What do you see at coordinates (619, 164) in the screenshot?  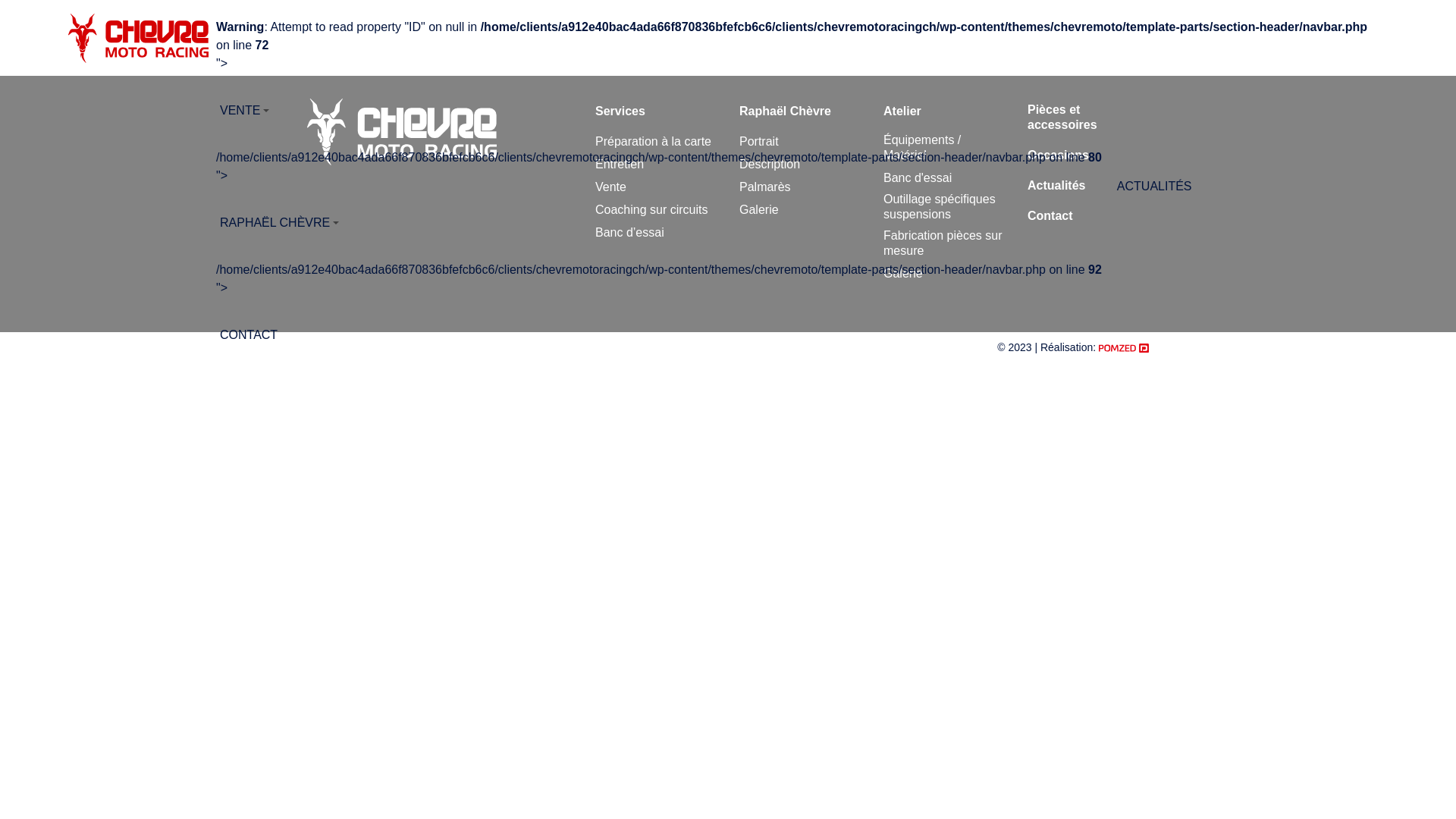 I see `'Entretien'` at bounding box center [619, 164].